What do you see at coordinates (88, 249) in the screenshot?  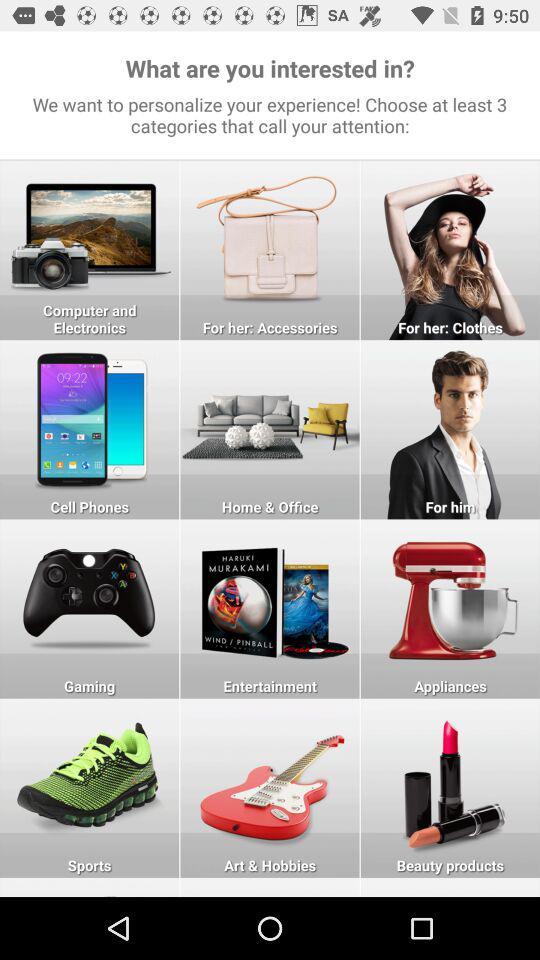 I see `choose the selection` at bounding box center [88, 249].